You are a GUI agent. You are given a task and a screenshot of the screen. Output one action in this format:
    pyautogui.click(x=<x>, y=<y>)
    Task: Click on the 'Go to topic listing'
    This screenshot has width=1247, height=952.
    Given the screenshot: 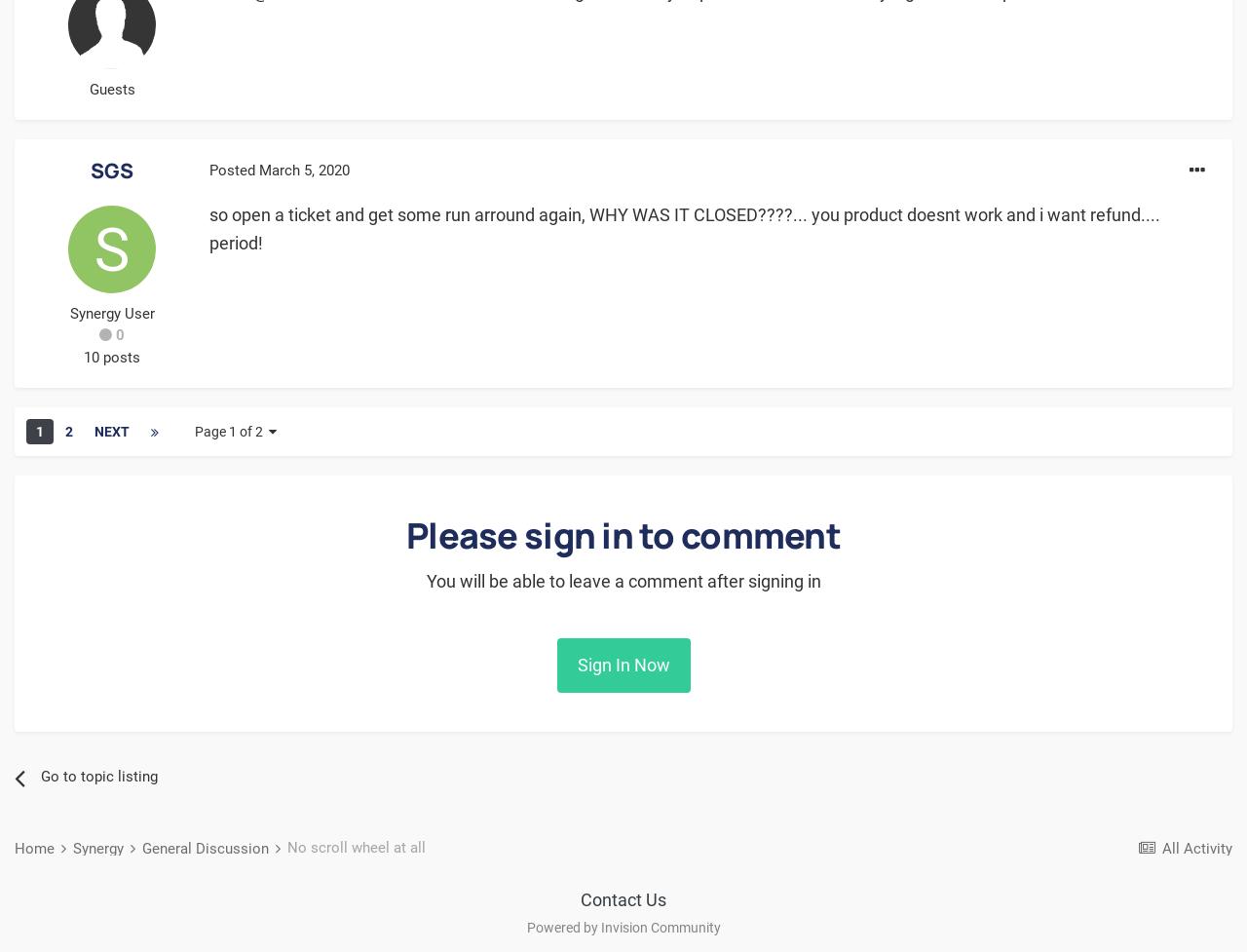 What is the action you would take?
    pyautogui.click(x=98, y=777)
    